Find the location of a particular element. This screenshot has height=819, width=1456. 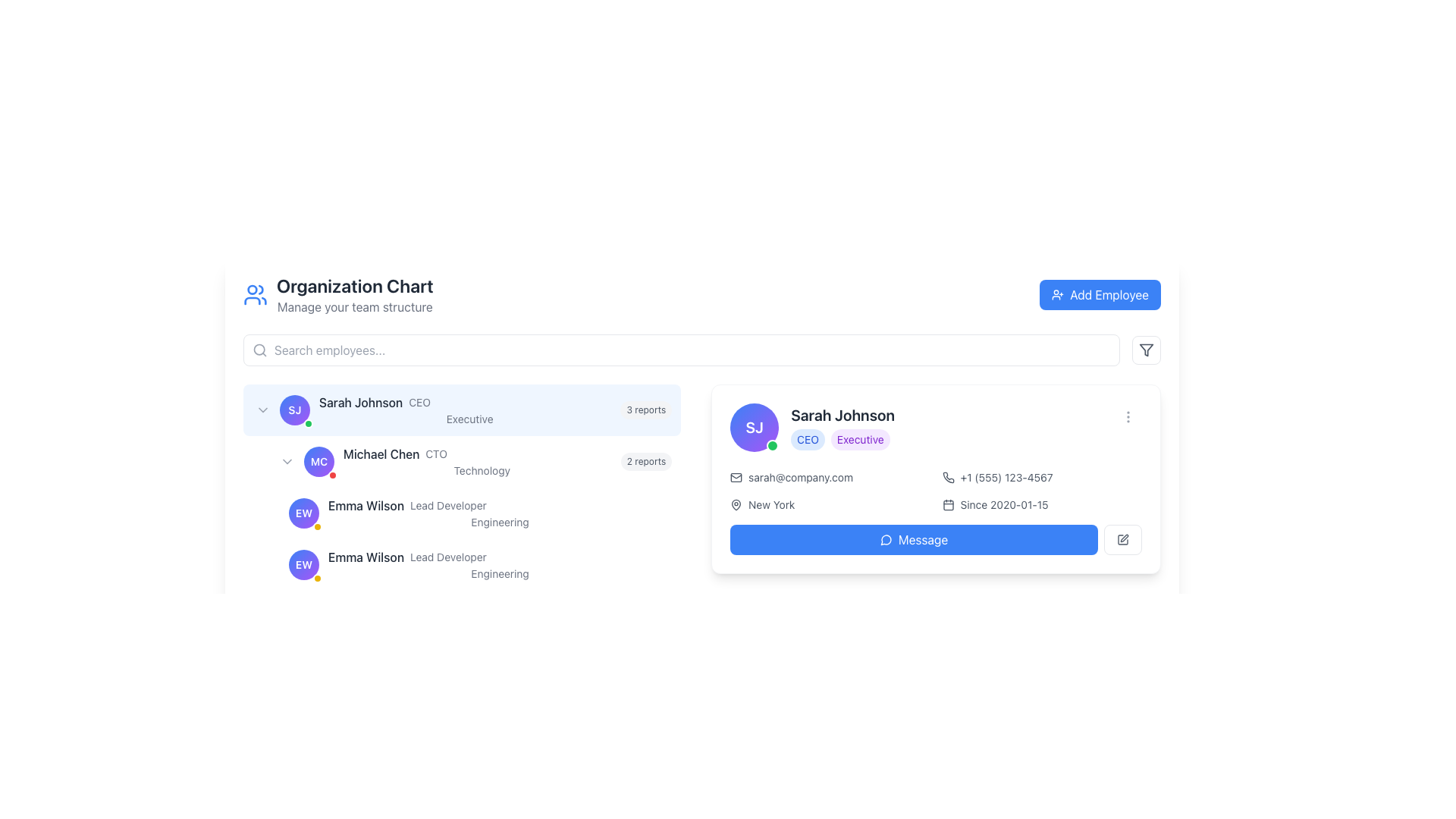

the Profile Icon representing 'Emma Wilson', which is a circular icon located under 'Michael Chen' in the left section of the interface is located at coordinates (303, 513).